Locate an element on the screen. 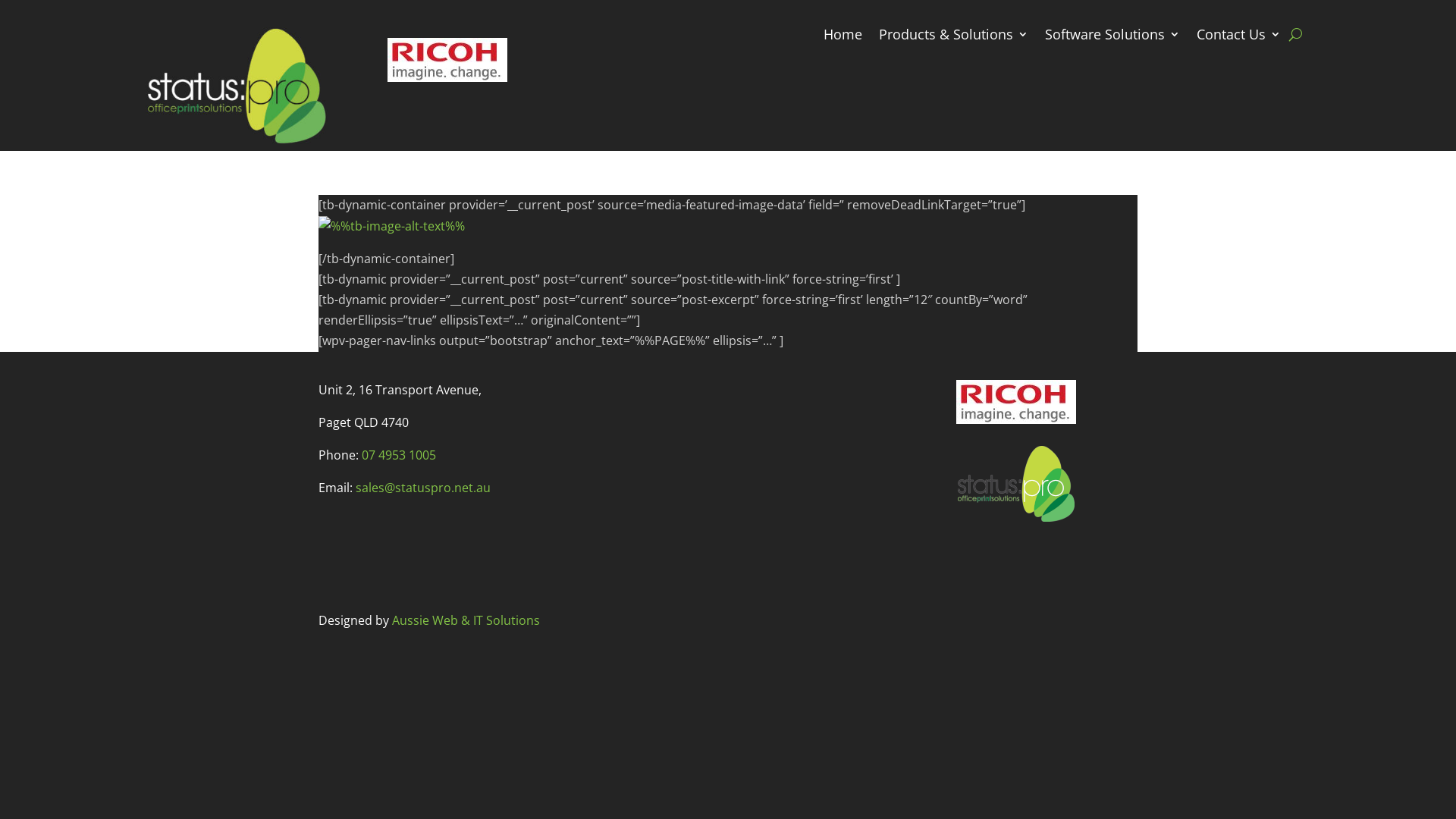  'sales@statuspro.net.au' is located at coordinates (355, 488).